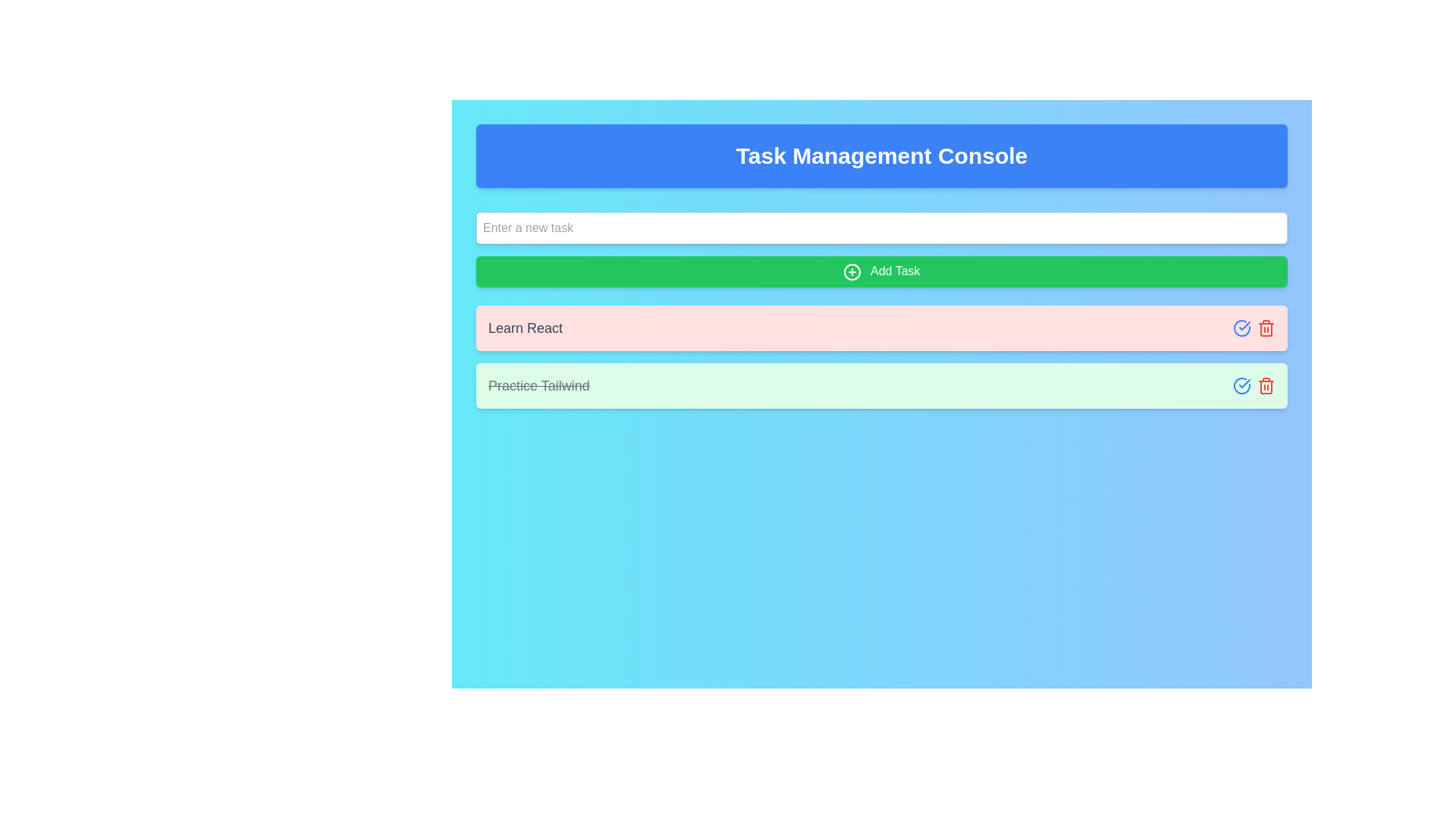 This screenshot has height=819, width=1456. Describe the element at coordinates (1241, 327) in the screenshot. I see `the blue circular check icon located in the second list item labeled 'Learn React'` at that location.